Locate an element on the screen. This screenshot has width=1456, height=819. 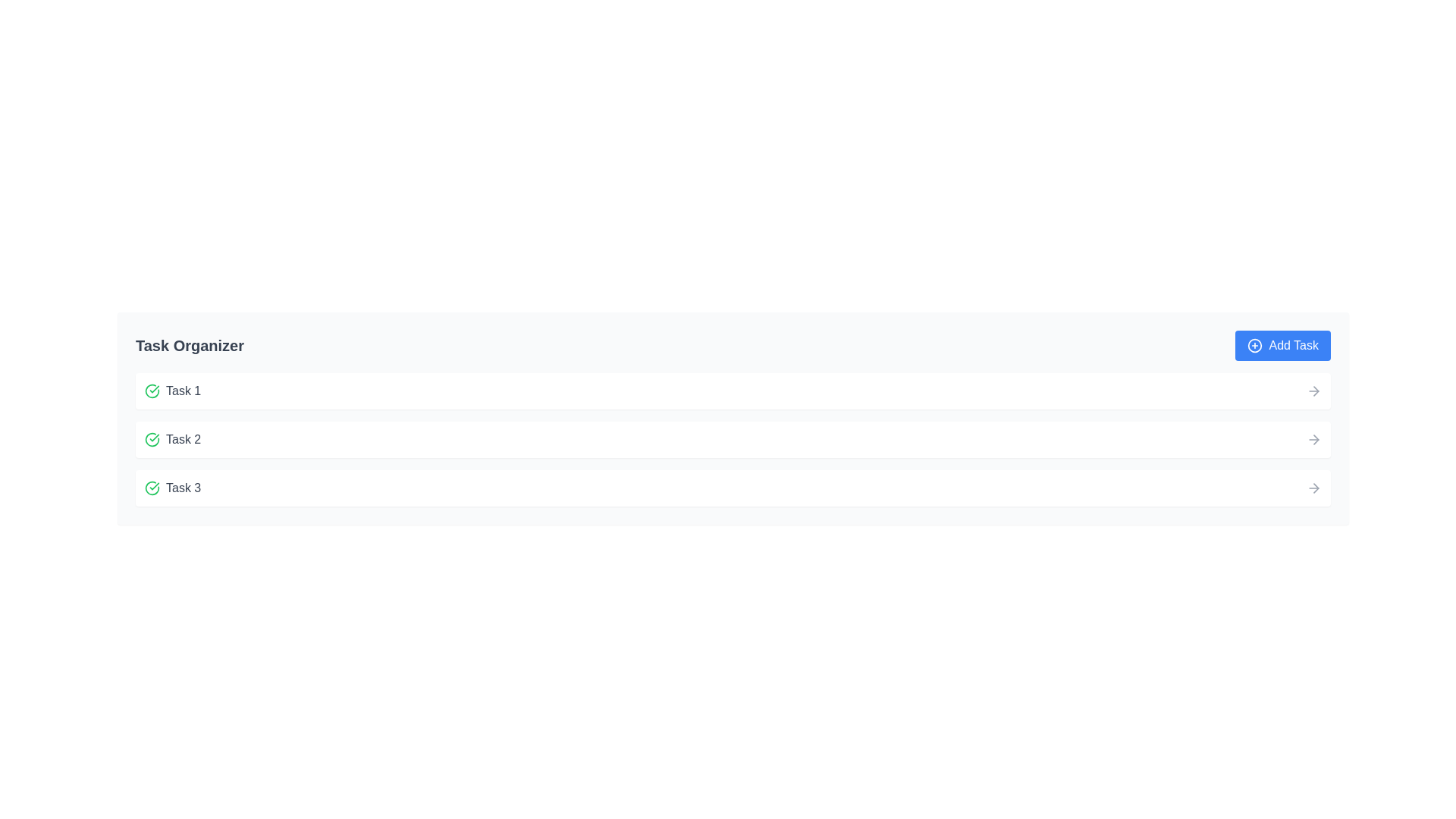
the text label that identifies the third task in the task list, located between 'Task 2' and the final arrow button, adjacent to a green checkmark icon is located at coordinates (183, 488).